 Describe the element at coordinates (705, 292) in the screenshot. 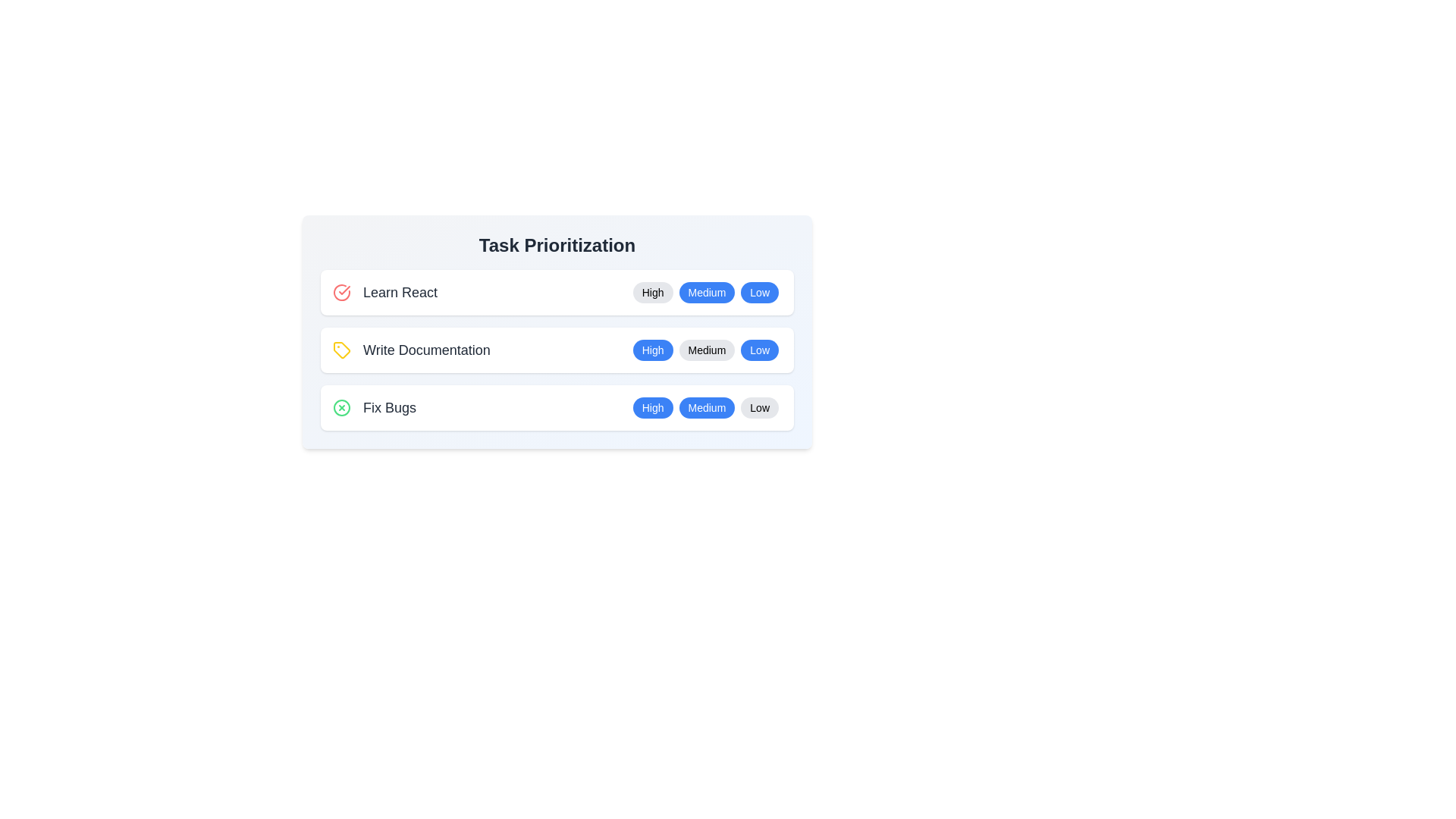

I see `the priority Medium for the task Learn React` at that location.